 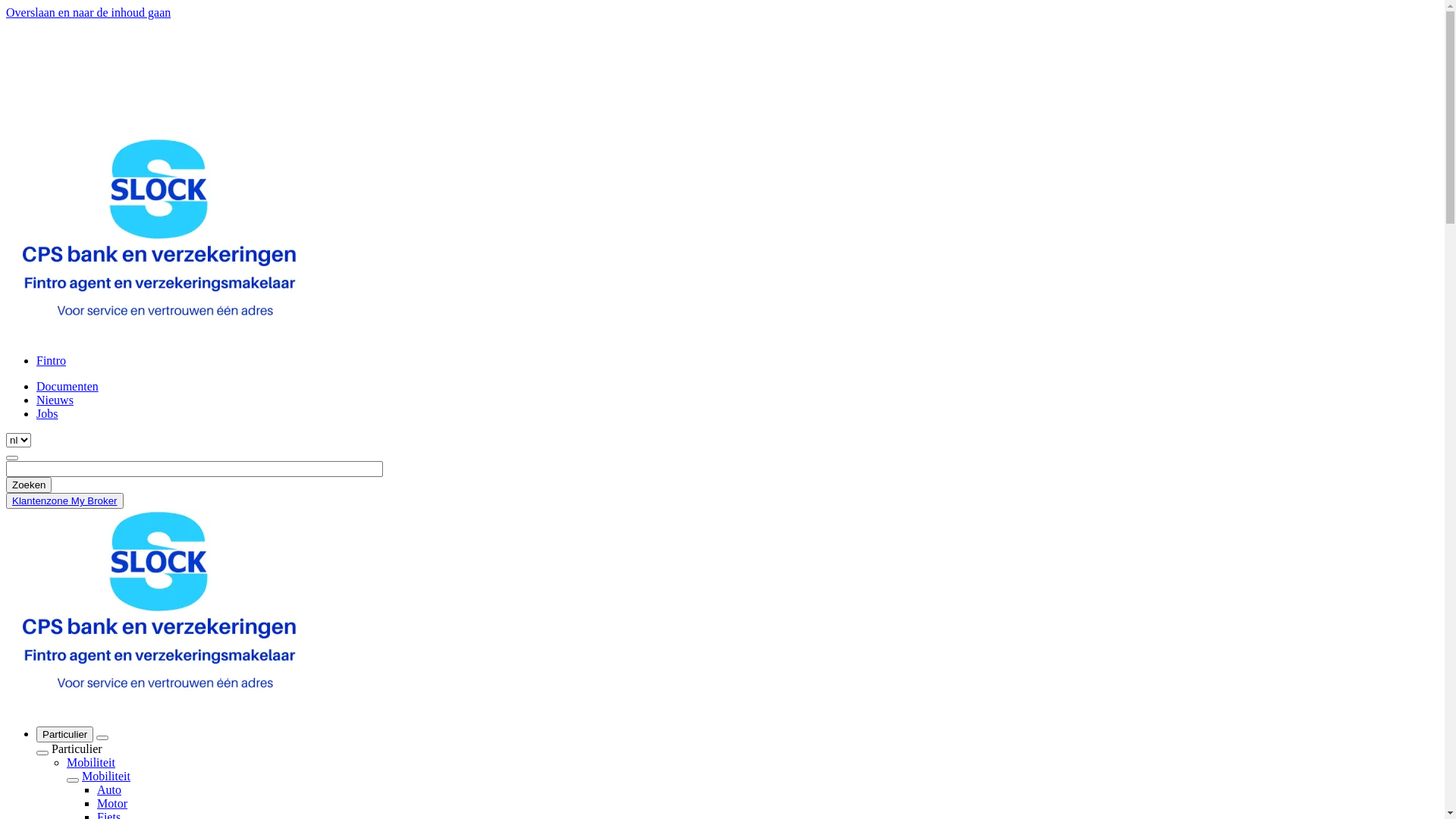 I want to click on 'Particulier', so click(x=64, y=733).